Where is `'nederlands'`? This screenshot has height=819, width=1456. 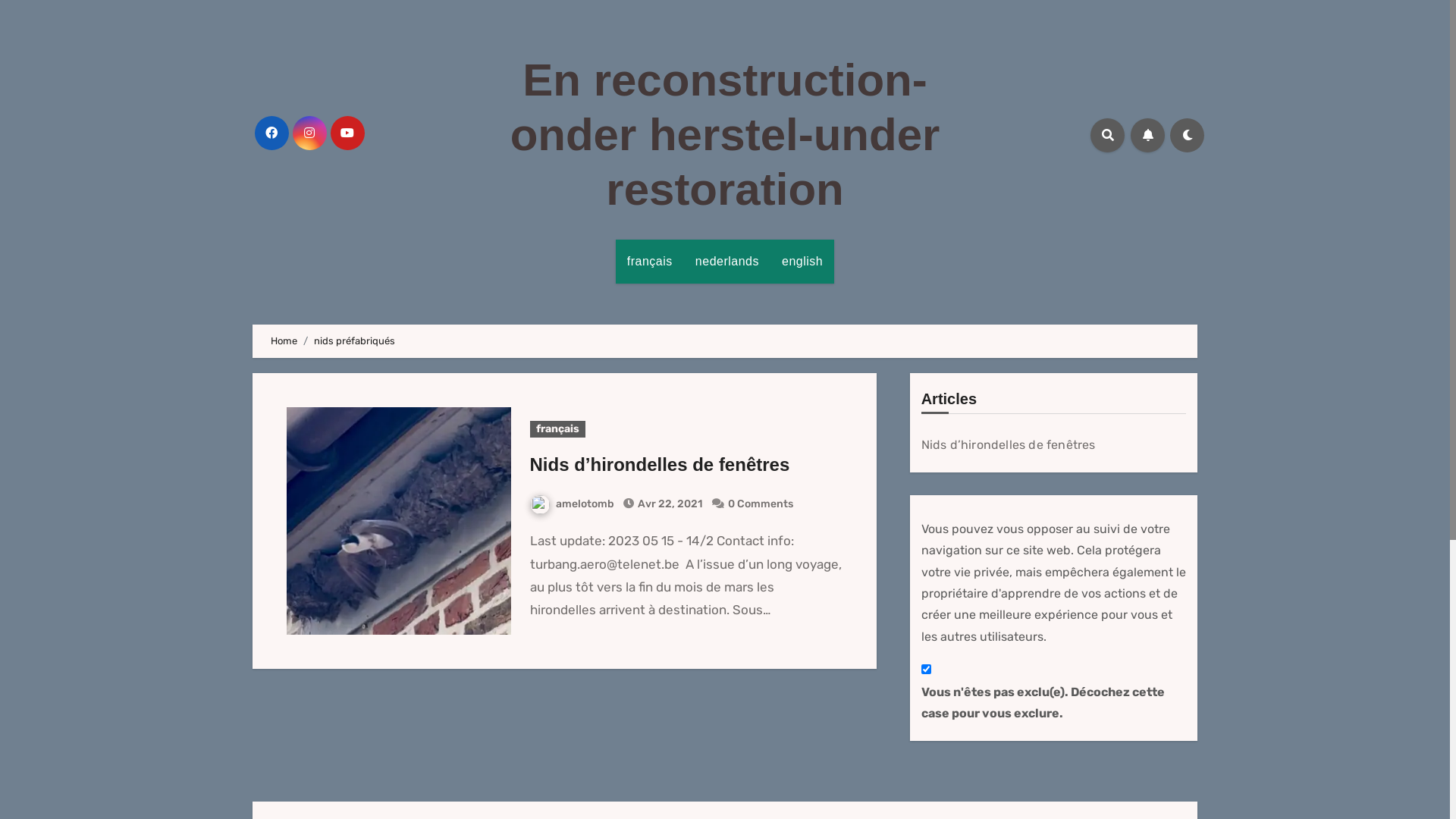 'nederlands' is located at coordinates (726, 260).